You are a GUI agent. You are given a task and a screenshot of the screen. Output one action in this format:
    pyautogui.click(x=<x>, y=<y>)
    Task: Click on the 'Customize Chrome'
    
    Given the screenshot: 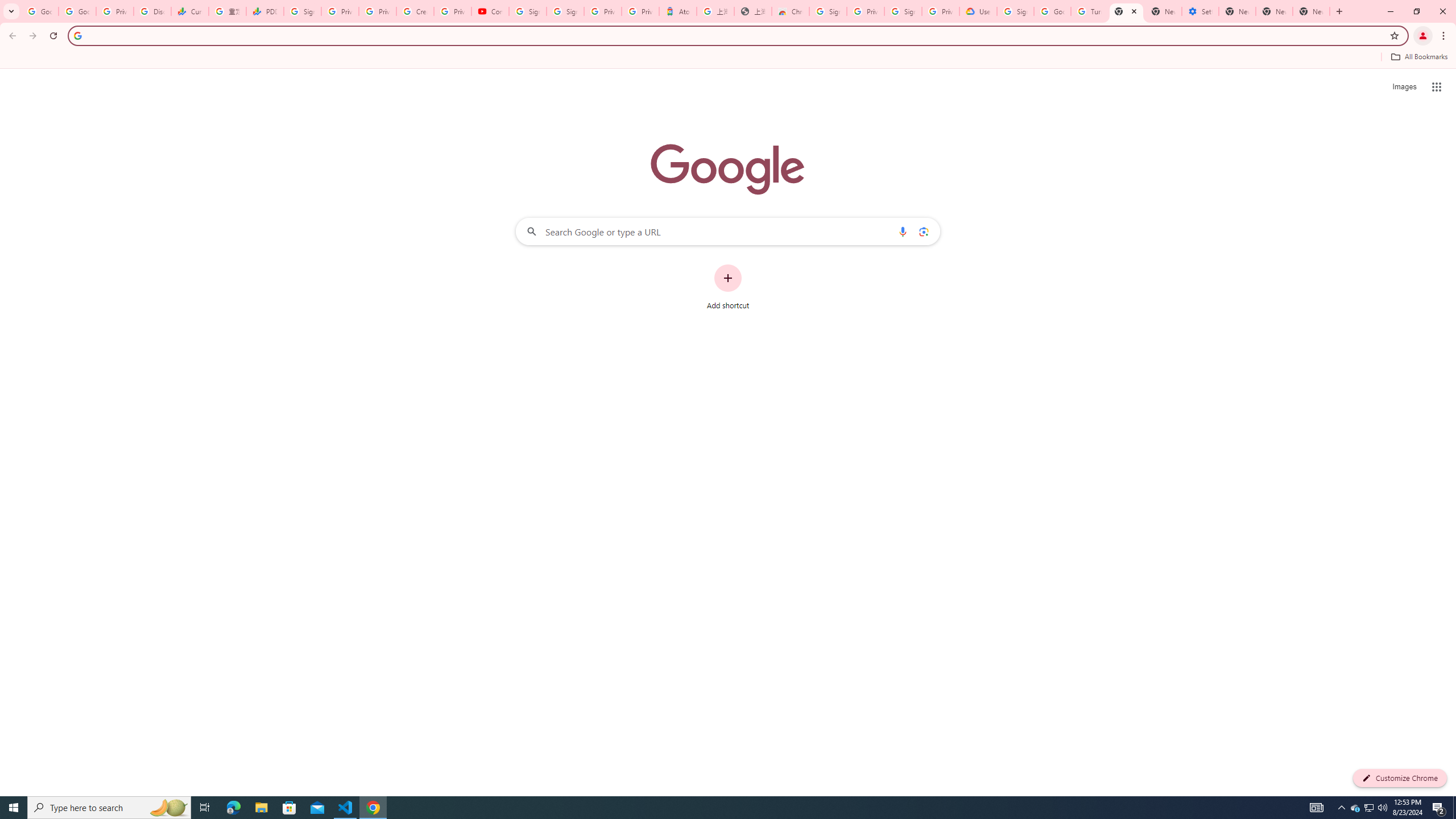 What is the action you would take?
    pyautogui.click(x=1400, y=777)
    